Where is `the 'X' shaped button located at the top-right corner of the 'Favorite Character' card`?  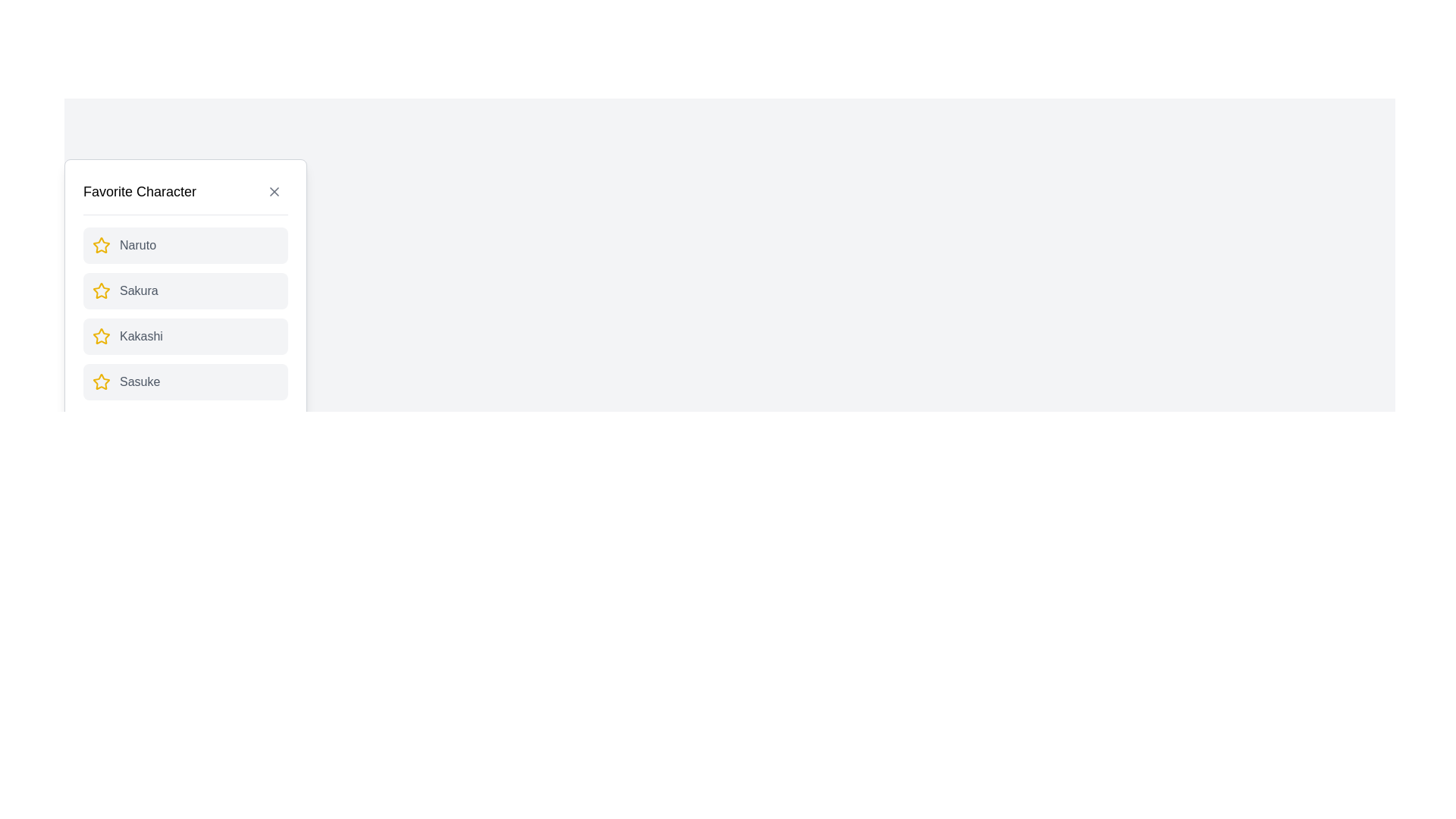
the 'X' shaped button located at the top-right corner of the 'Favorite Character' card is located at coordinates (274, 191).